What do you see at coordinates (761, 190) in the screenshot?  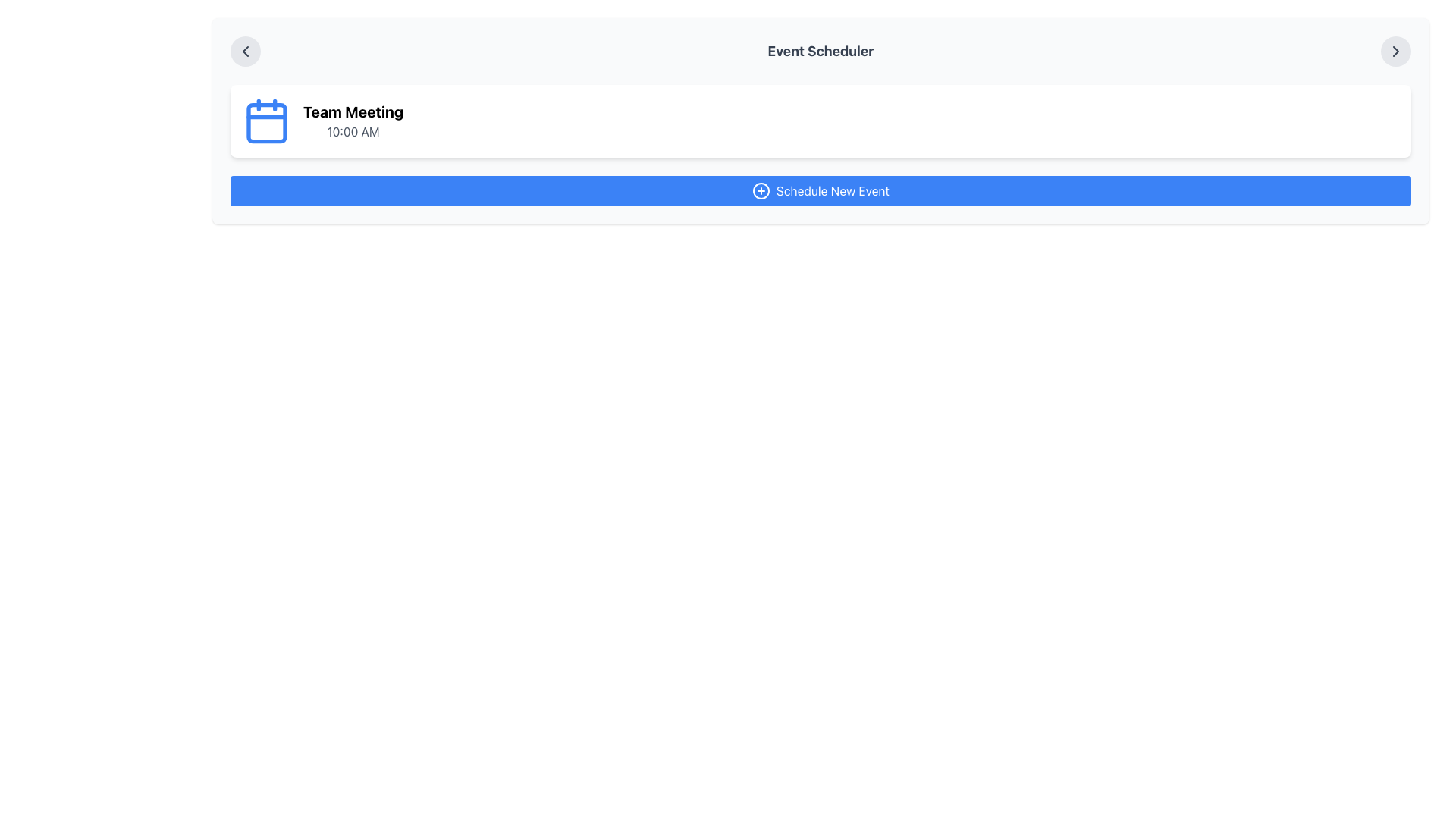 I see `the addition icon located to the left of the 'Schedule New Event' button` at bounding box center [761, 190].